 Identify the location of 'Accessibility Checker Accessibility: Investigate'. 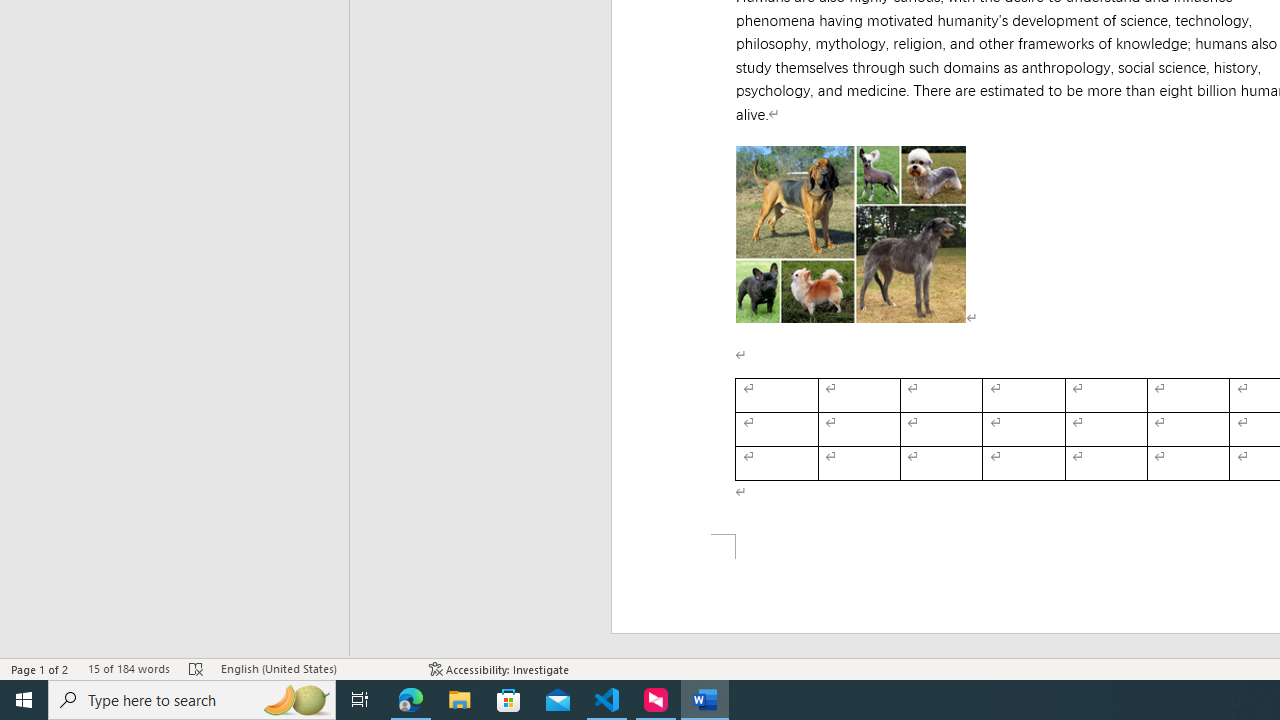
(499, 669).